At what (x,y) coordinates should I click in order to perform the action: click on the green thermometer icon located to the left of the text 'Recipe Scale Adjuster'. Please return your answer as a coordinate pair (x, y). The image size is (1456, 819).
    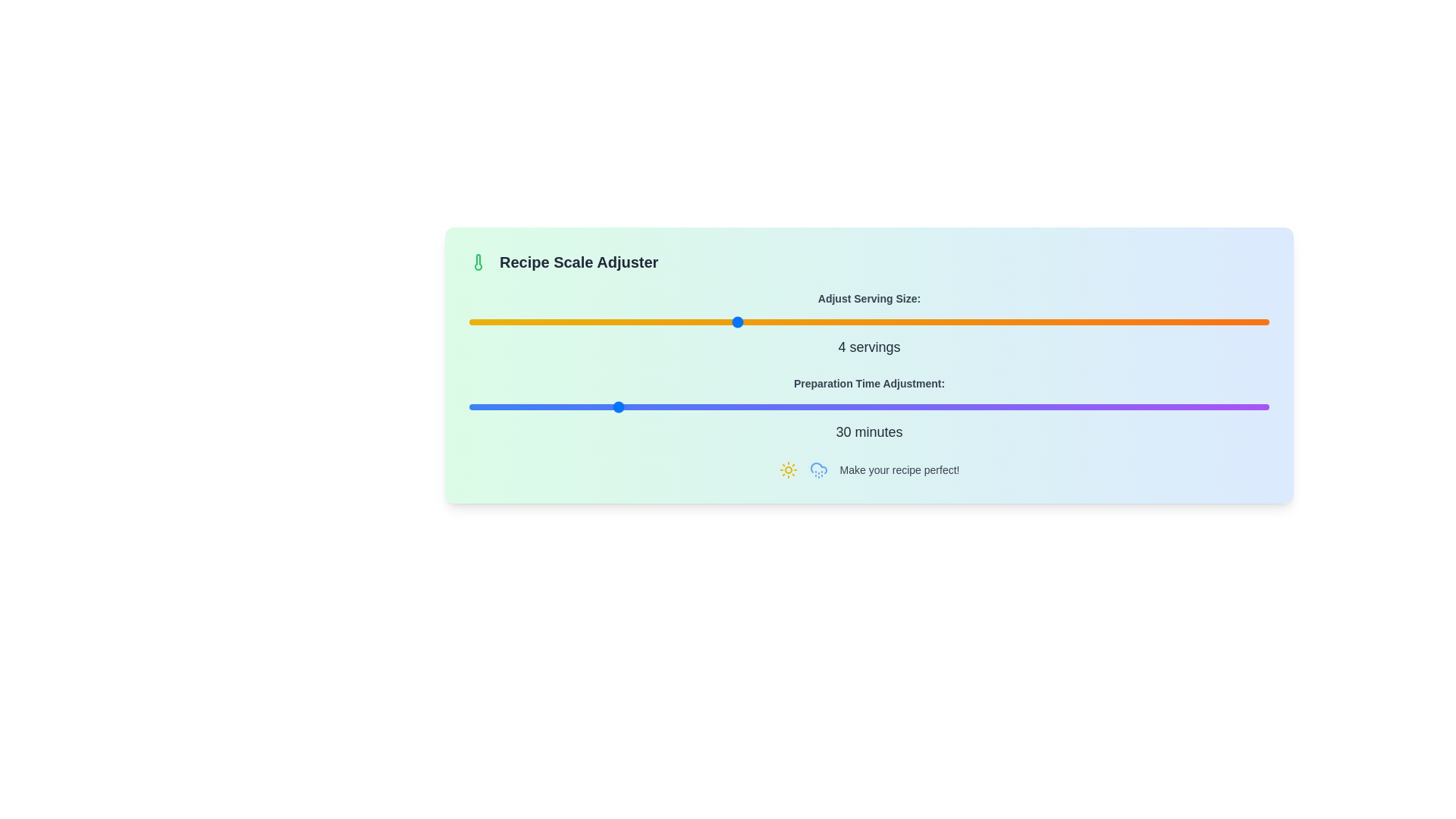
    Looking at the image, I should click on (477, 262).